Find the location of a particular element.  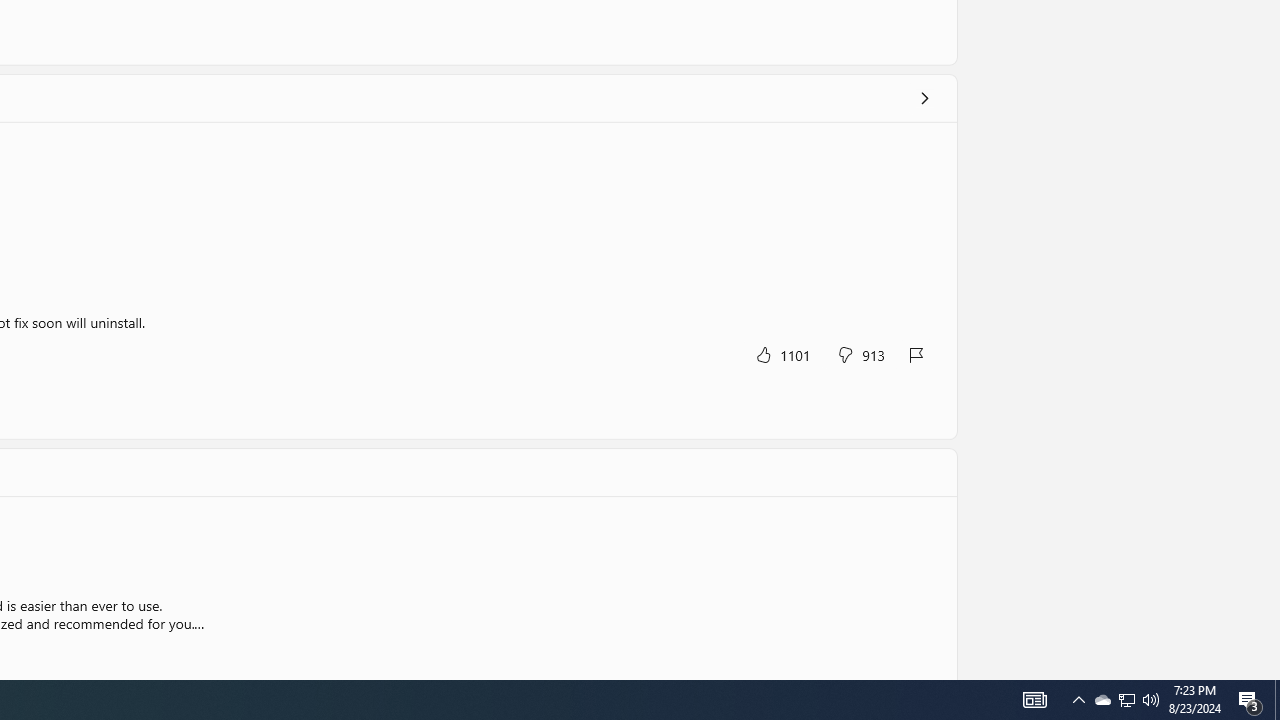

'Yes, this was helpful. 1101 votes.' is located at coordinates (781, 353).